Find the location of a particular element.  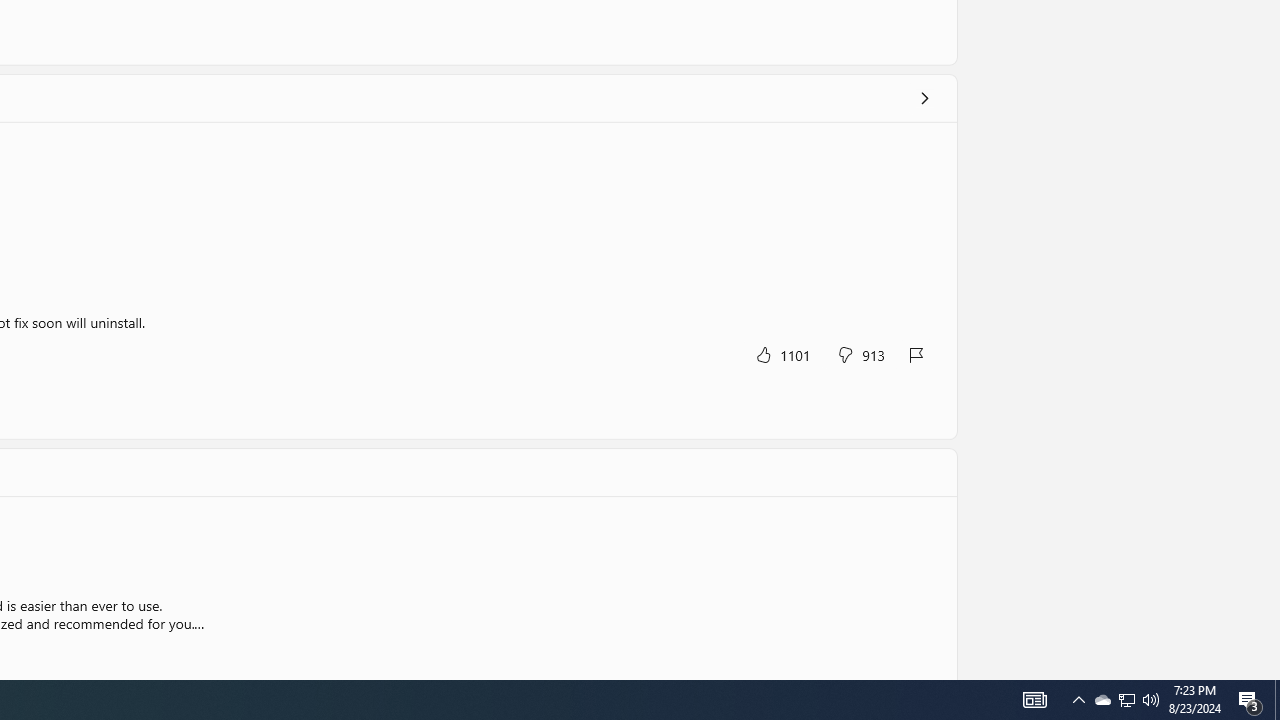

'Yes, this was helpful. 1101 votes.' is located at coordinates (781, 353).